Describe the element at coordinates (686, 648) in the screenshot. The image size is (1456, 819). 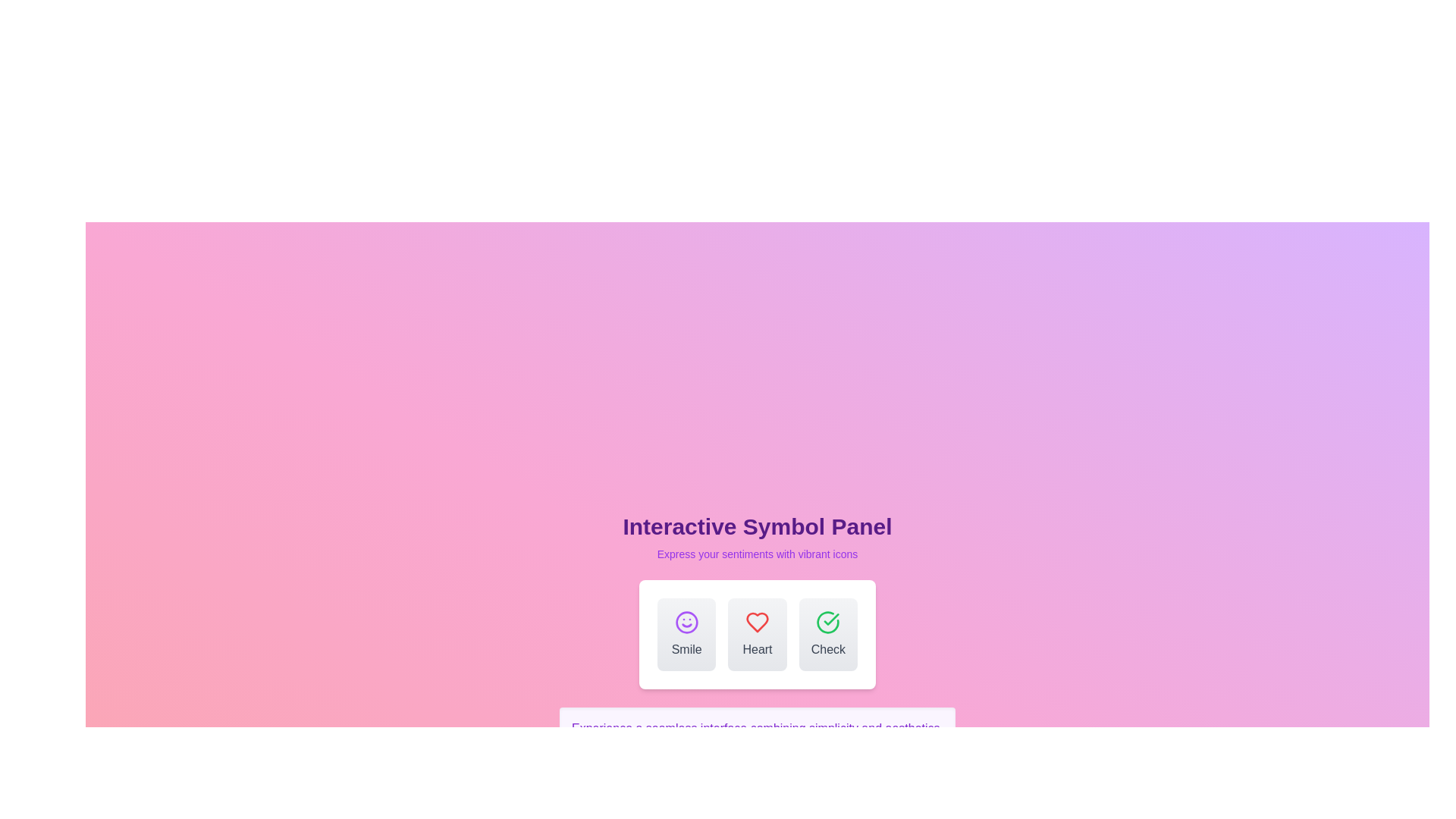
I see `the text label displaying the word 'Smile', which is styled with a medium font weight and gray color, positioned beneath the smiling face icon in the leftmost card of the centered panel` at that location.